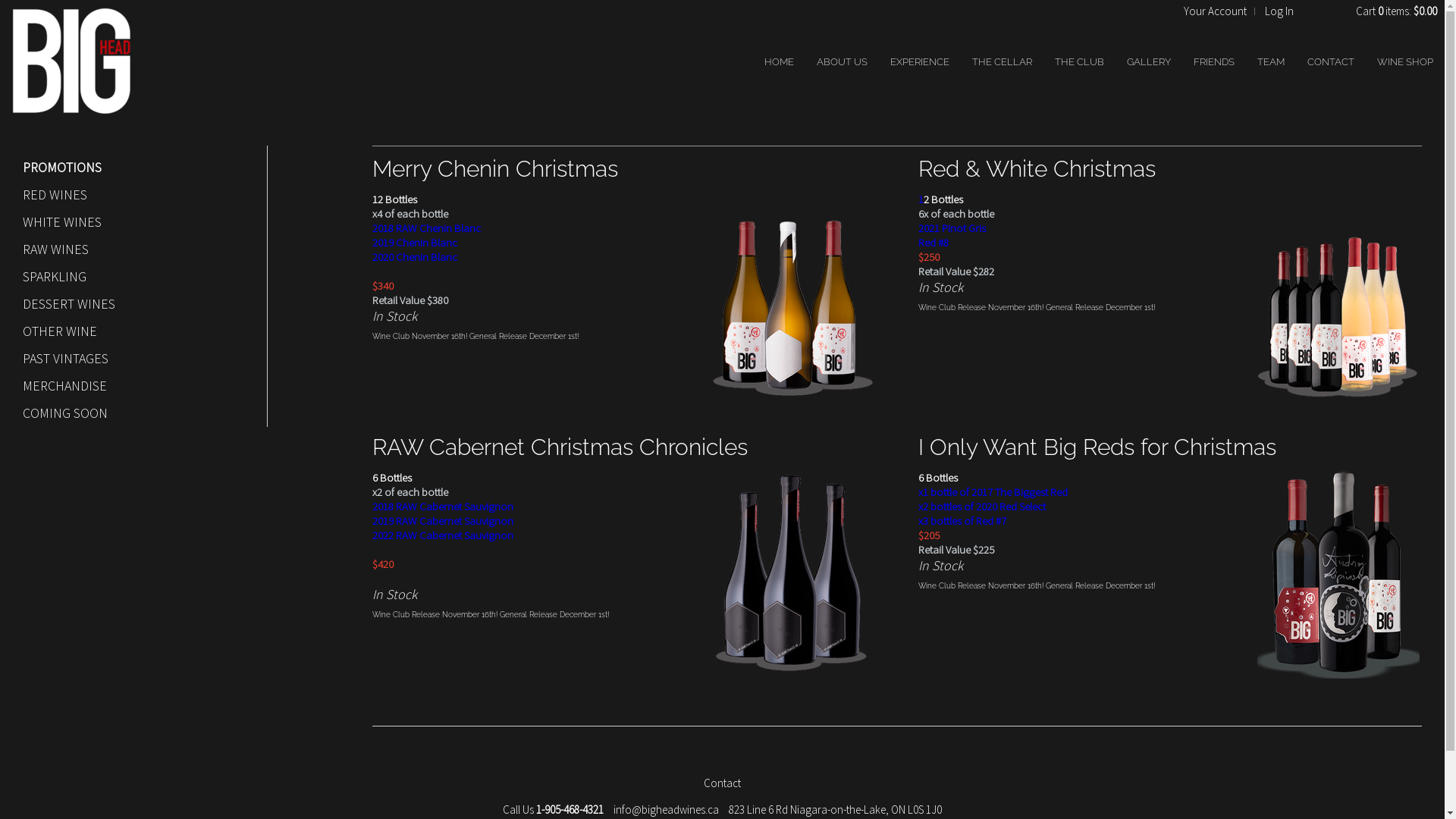 This screenshot has height=819, width=1456. What do you see at coordinates (442, 506) in the screenshot?
I see `'2018 RAW Cabernet Sauvignon'` at bounding box center [442, 506].